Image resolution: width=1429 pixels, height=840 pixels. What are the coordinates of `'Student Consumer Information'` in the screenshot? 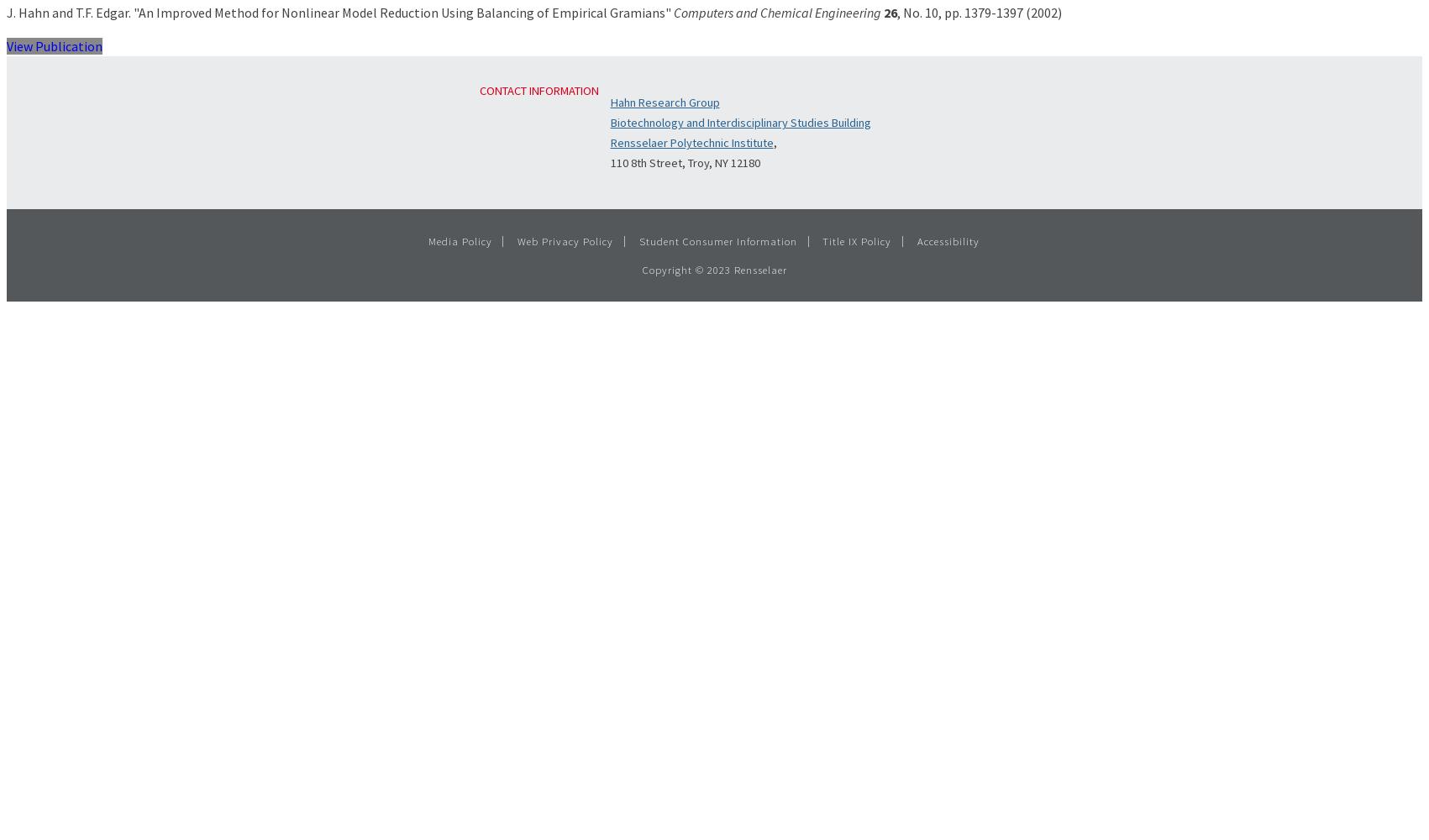 It's located at (638, 240).